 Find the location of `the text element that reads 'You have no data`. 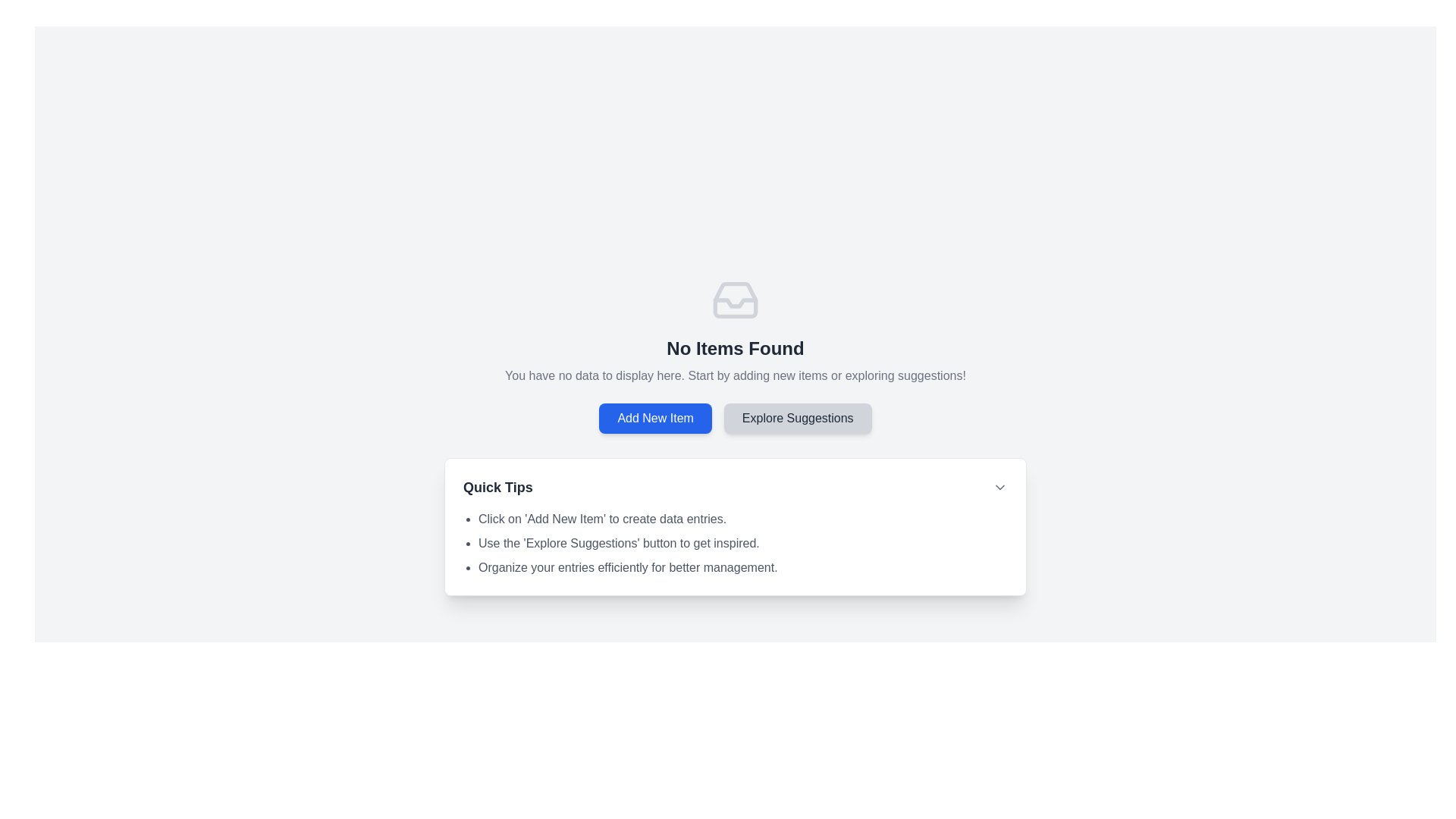

the text element that reads 'You have no data is located at coordinates (735, 375).